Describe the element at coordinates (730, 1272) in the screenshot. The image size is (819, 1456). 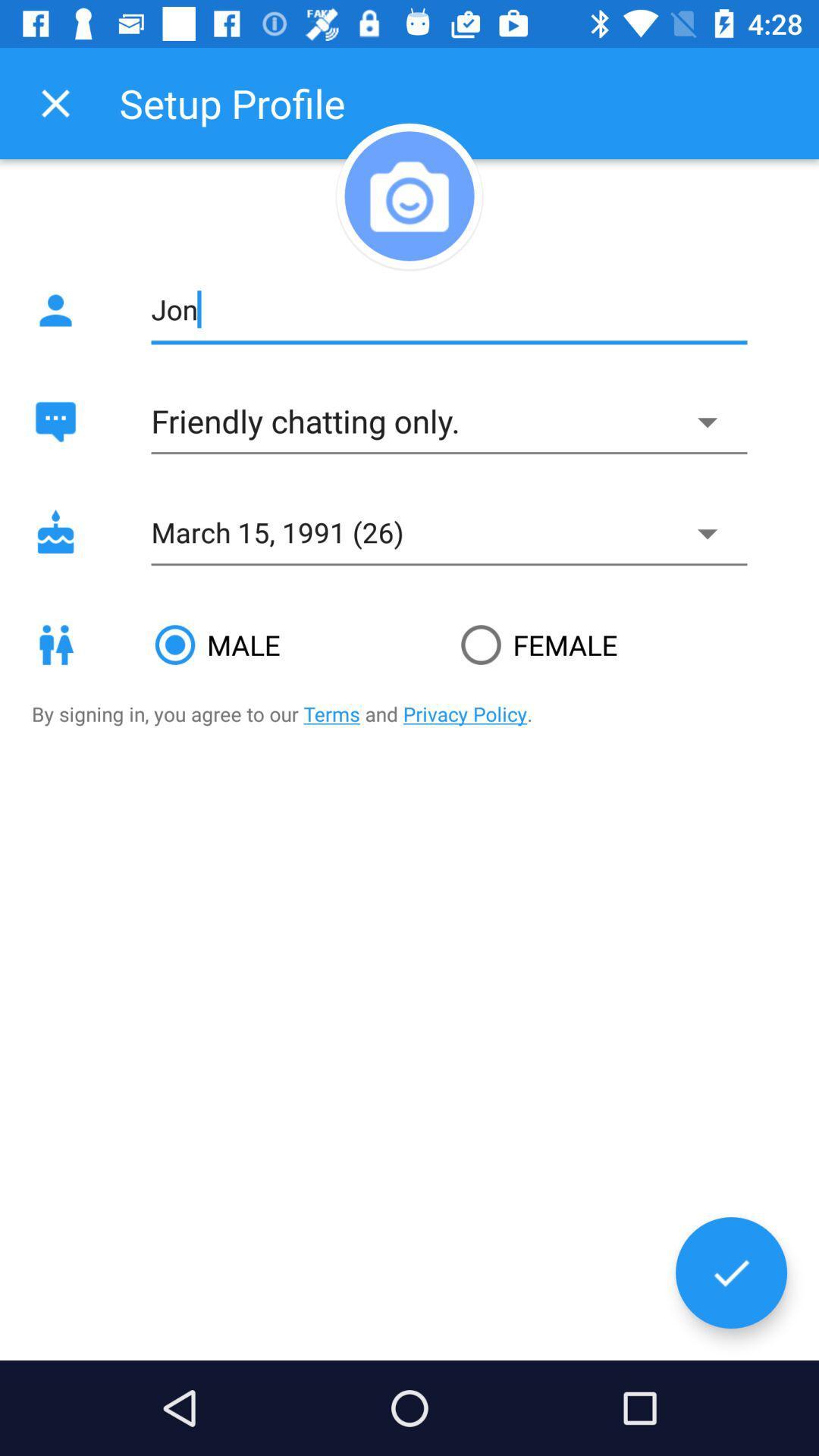
I see `the check icon` at that location.